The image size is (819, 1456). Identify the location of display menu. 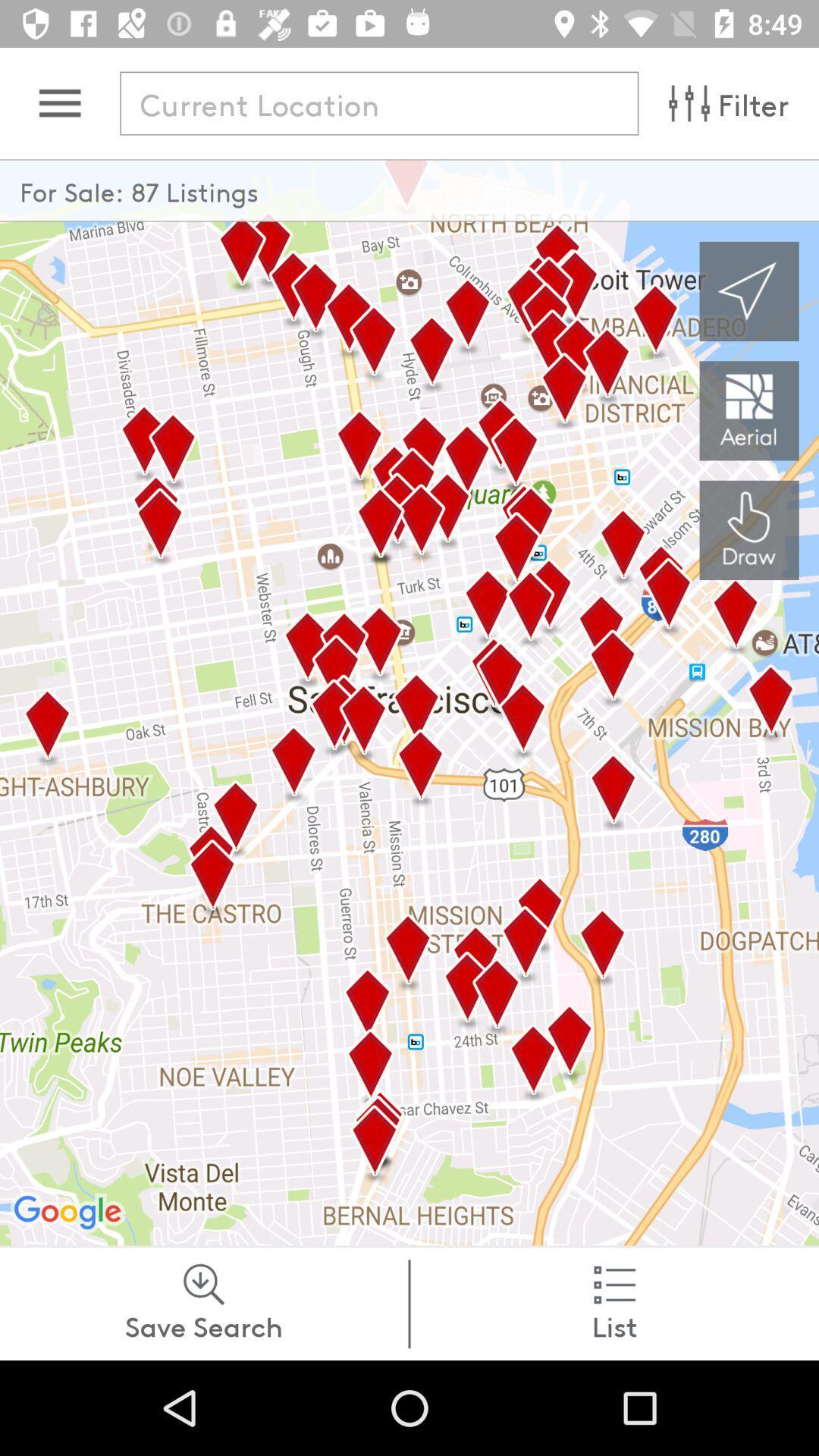
(59, 102).